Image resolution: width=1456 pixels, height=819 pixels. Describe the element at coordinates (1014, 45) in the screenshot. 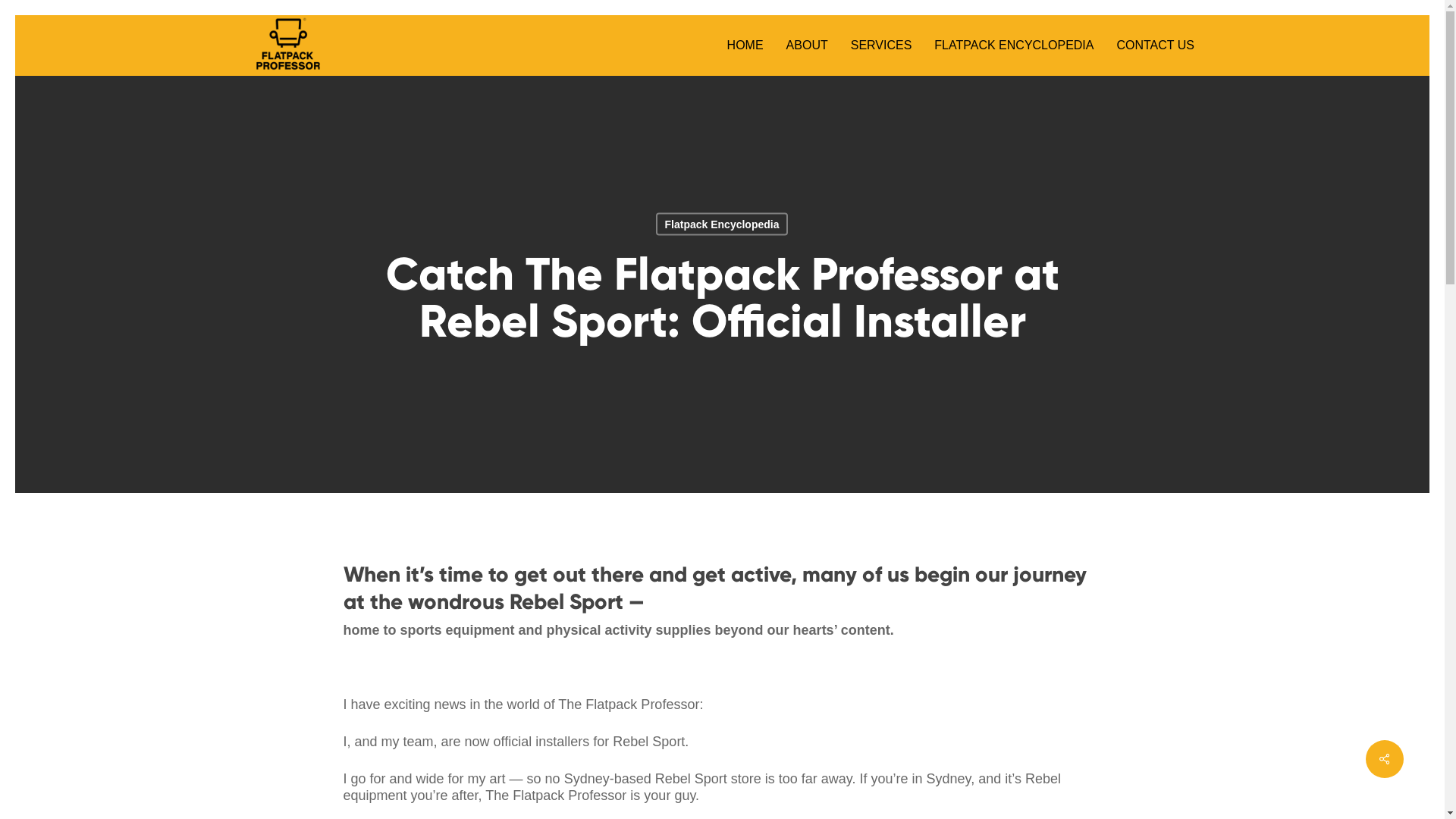

I see `'FLATPACK ENCYCLOPEDIA'` at that location.